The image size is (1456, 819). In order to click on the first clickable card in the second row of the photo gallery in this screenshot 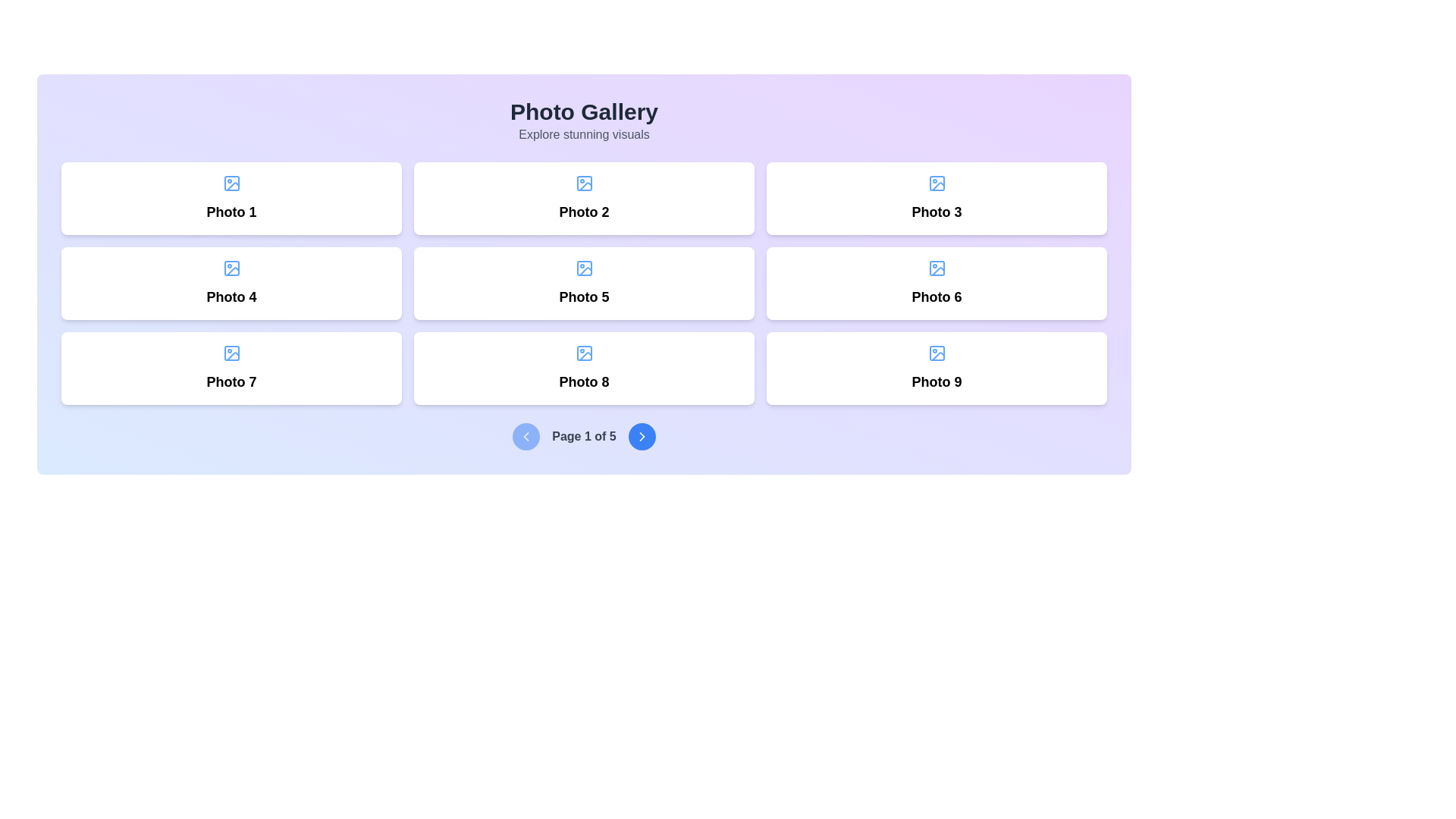, I will do `click(231, 284)`.